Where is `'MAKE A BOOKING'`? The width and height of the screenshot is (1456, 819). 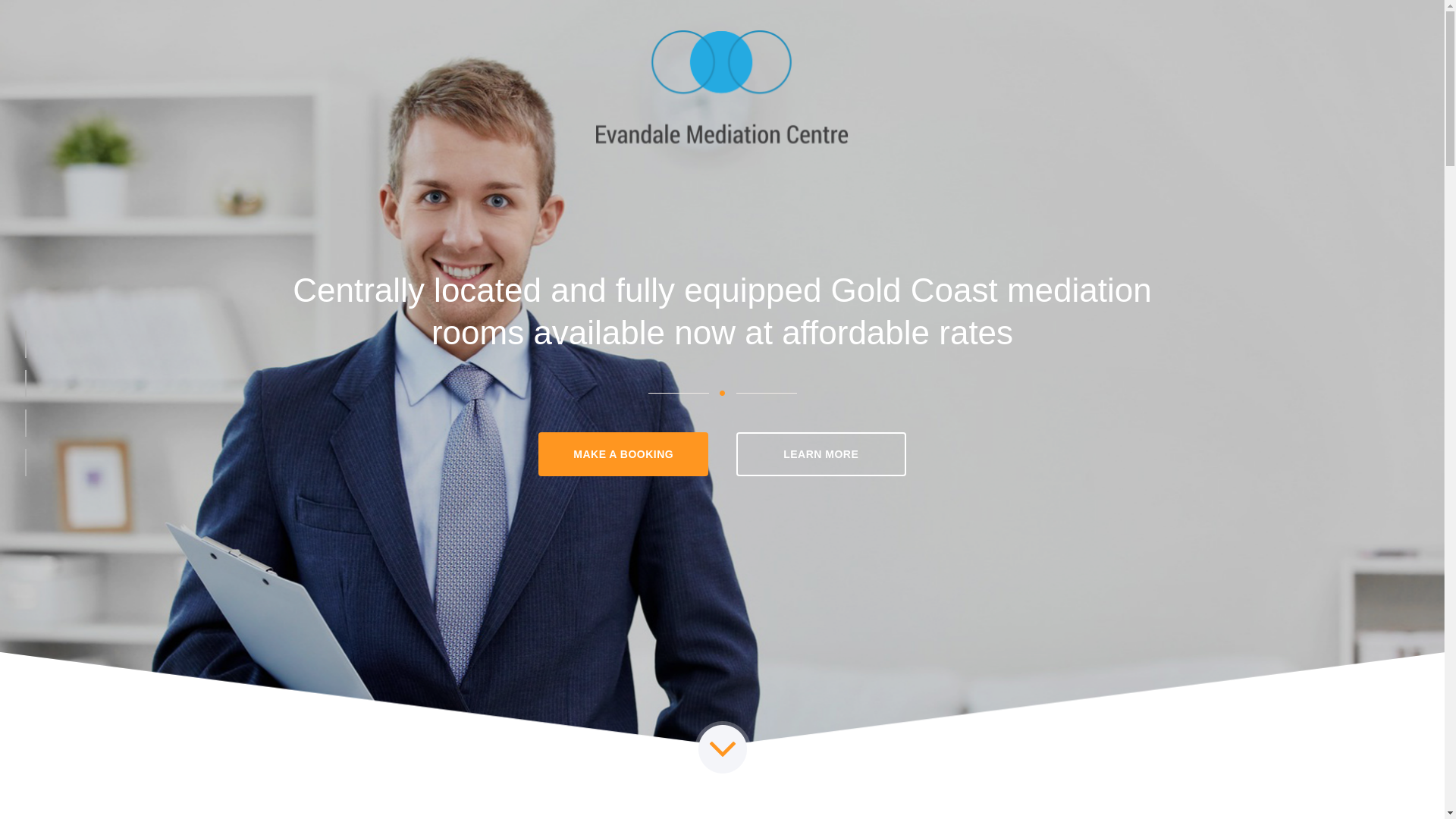
'MAKE A BOOKING' is located at coordinates (623, 453).